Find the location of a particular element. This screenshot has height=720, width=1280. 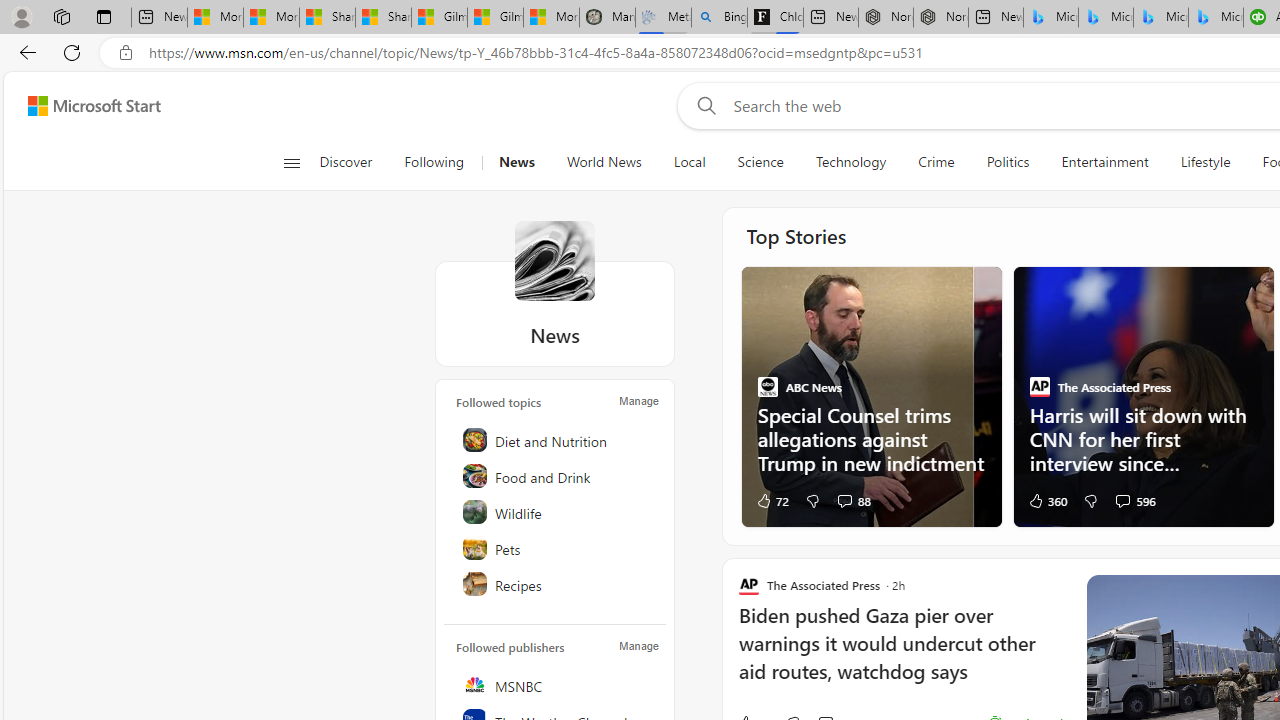

'Bing Real Estate - Home sales and rental listings' is located at coordinates (720, 17).